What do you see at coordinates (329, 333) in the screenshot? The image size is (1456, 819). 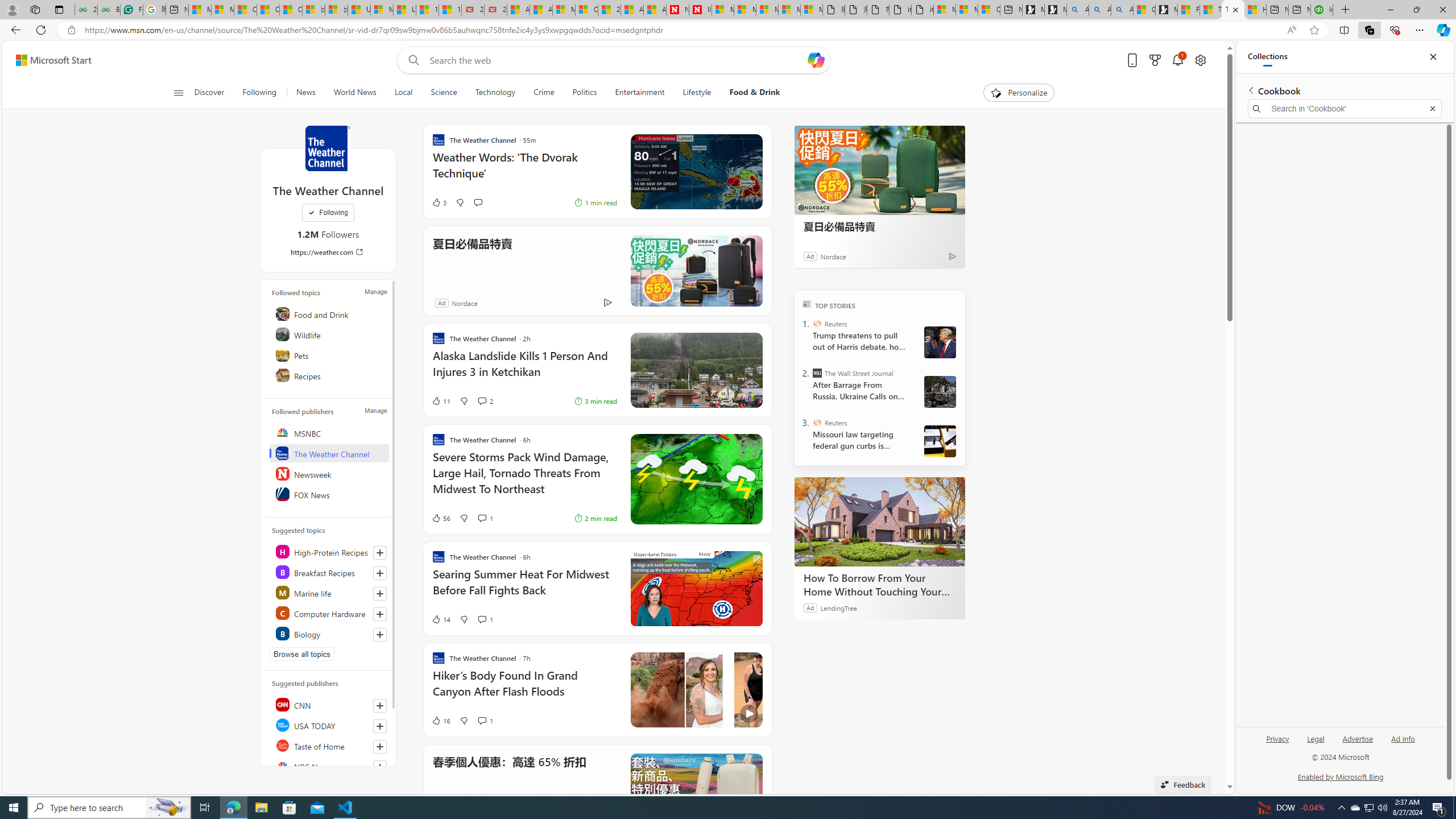 I see `'Wildlife'` at bounding box center [329, 333].